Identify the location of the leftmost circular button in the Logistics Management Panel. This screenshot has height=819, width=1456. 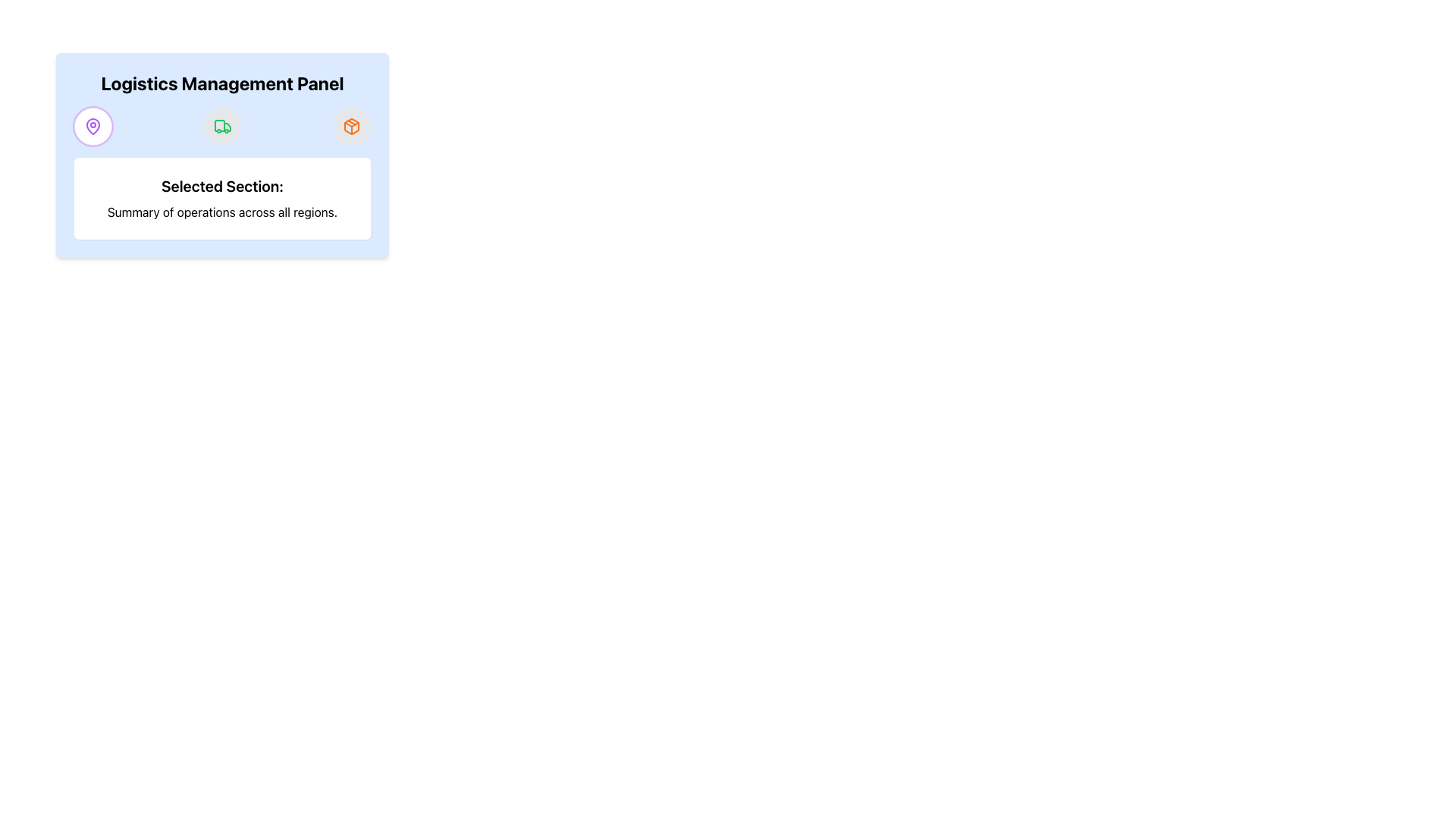
(93, 125).